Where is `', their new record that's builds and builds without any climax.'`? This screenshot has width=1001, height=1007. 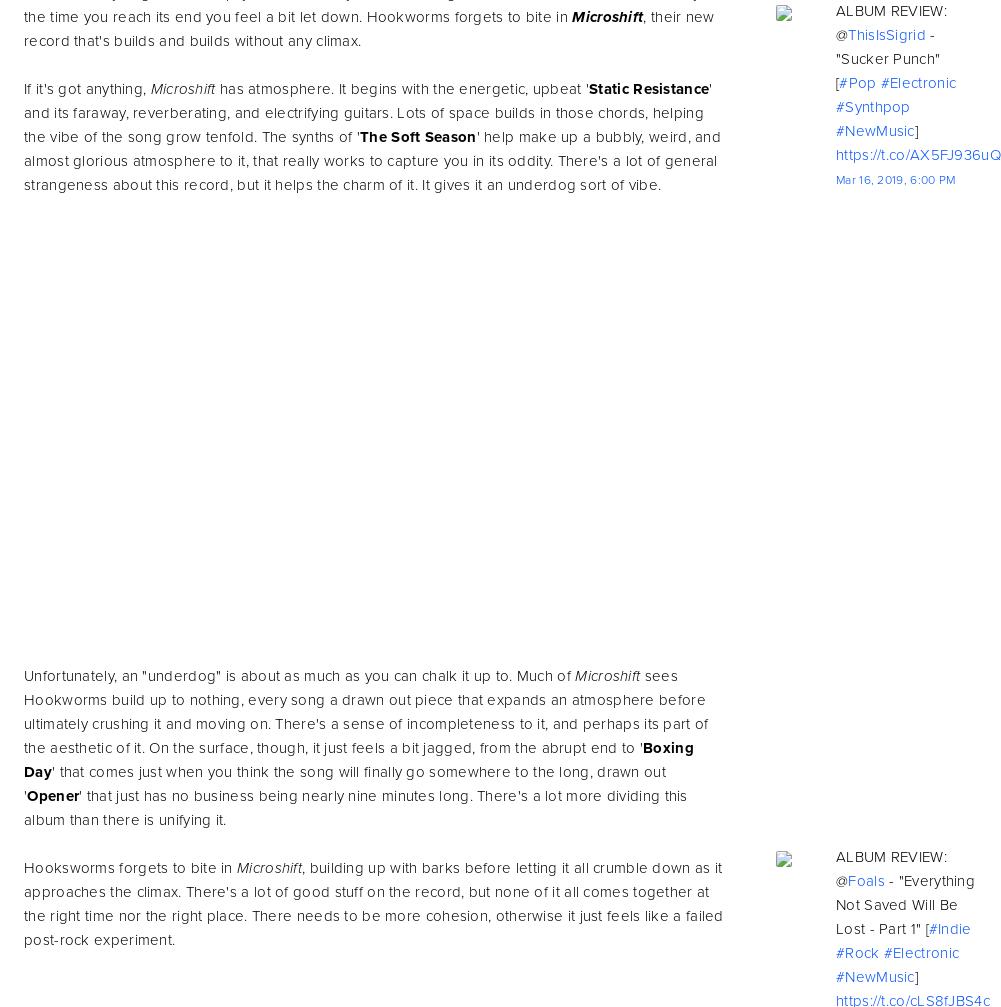
', their new record that's builds and builds without any climax.' is located at coordinates (367, 27).